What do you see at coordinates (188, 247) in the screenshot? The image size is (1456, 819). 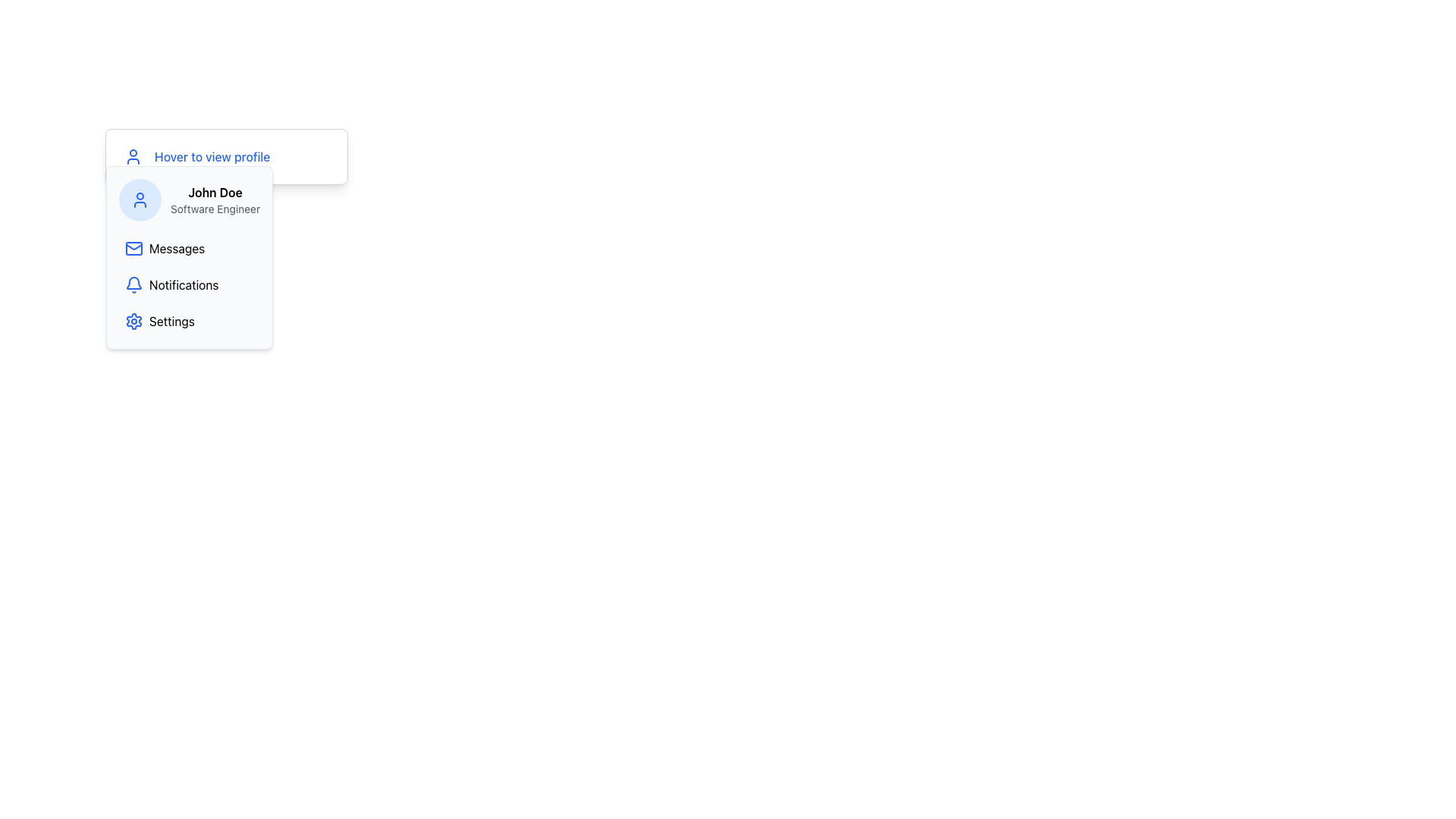 I see `the navigational button` at bounding box center [188, 247].